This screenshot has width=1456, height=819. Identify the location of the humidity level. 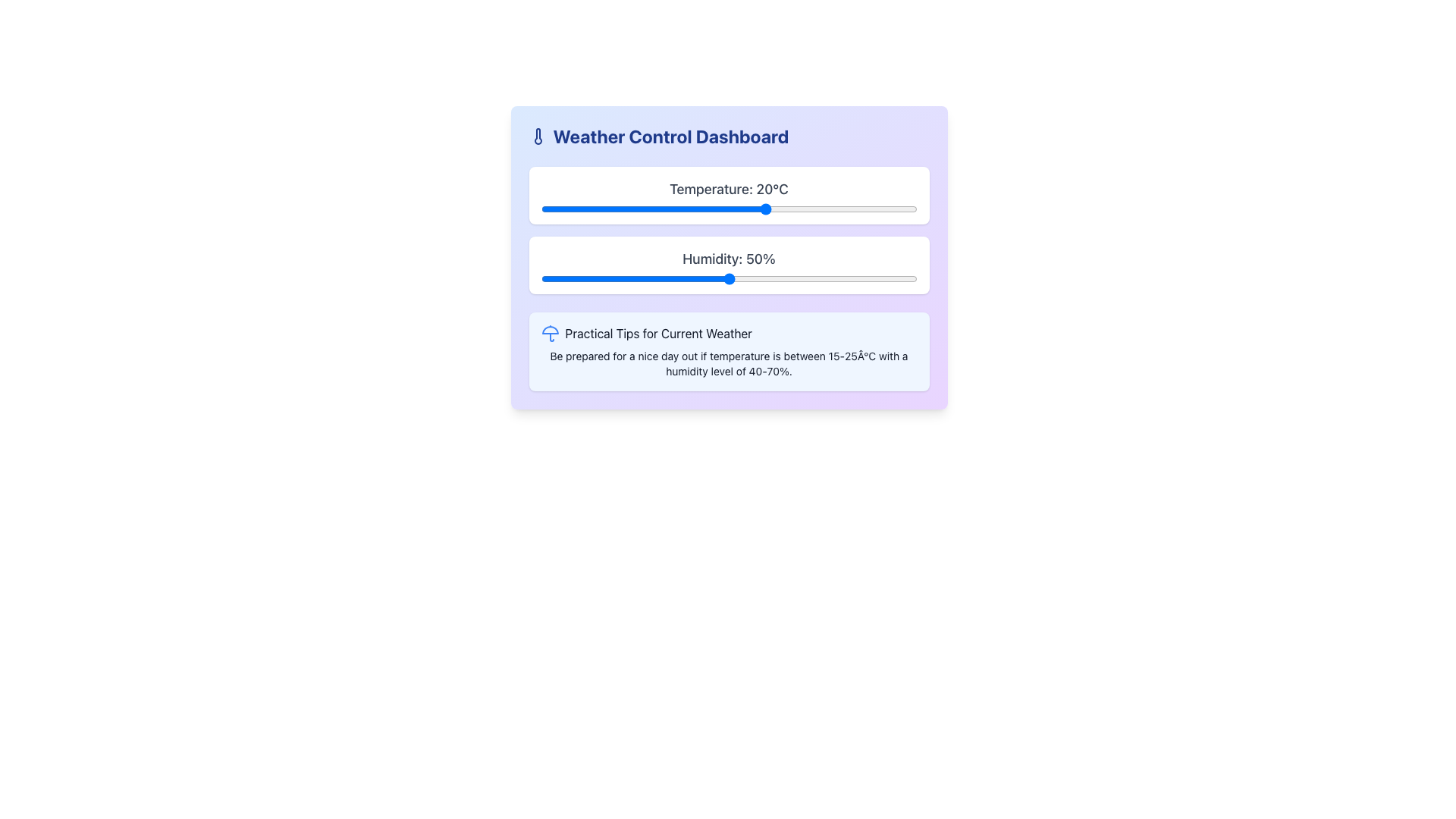
(701, 278).